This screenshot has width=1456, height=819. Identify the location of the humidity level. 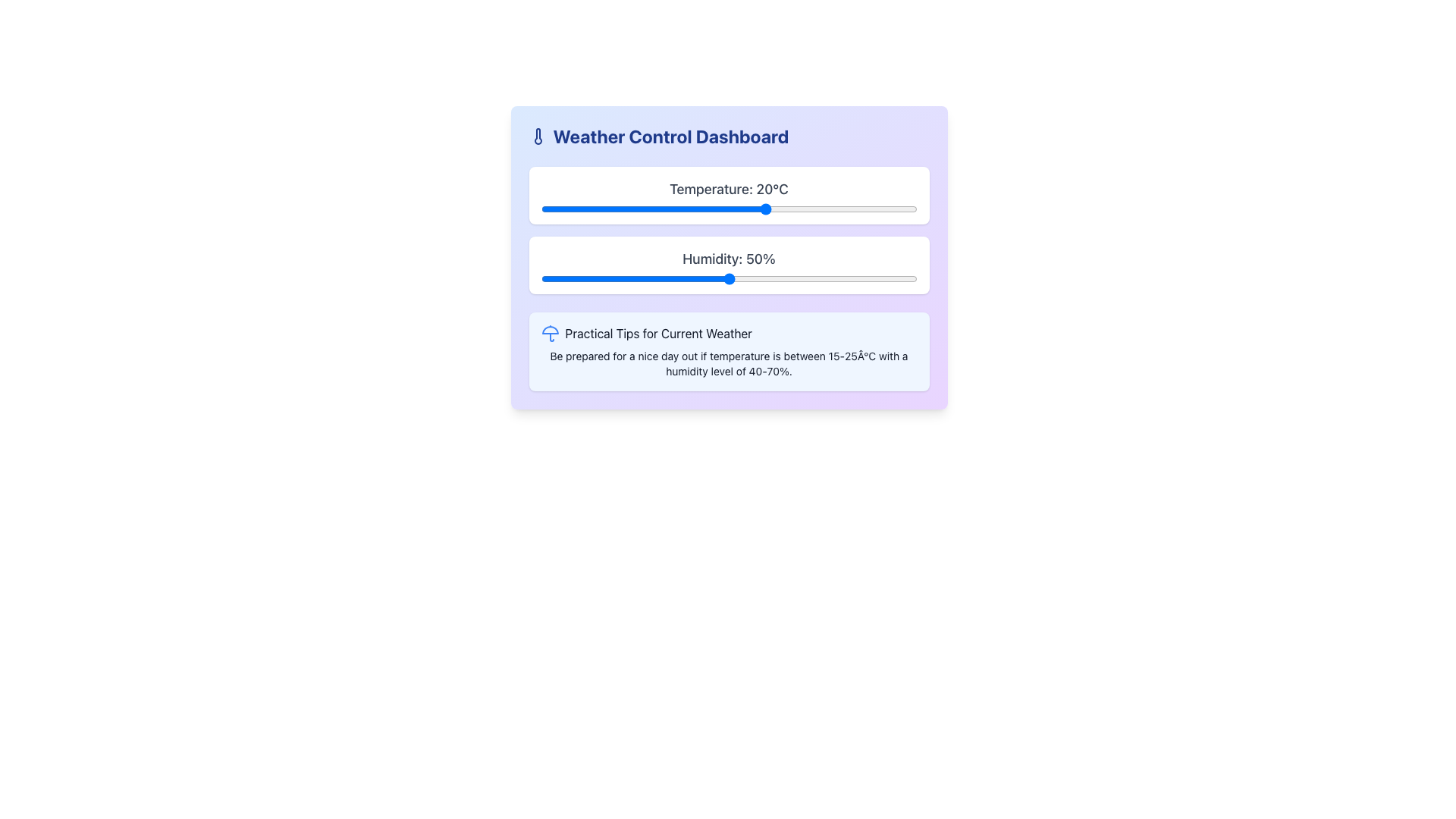
(701, 278).